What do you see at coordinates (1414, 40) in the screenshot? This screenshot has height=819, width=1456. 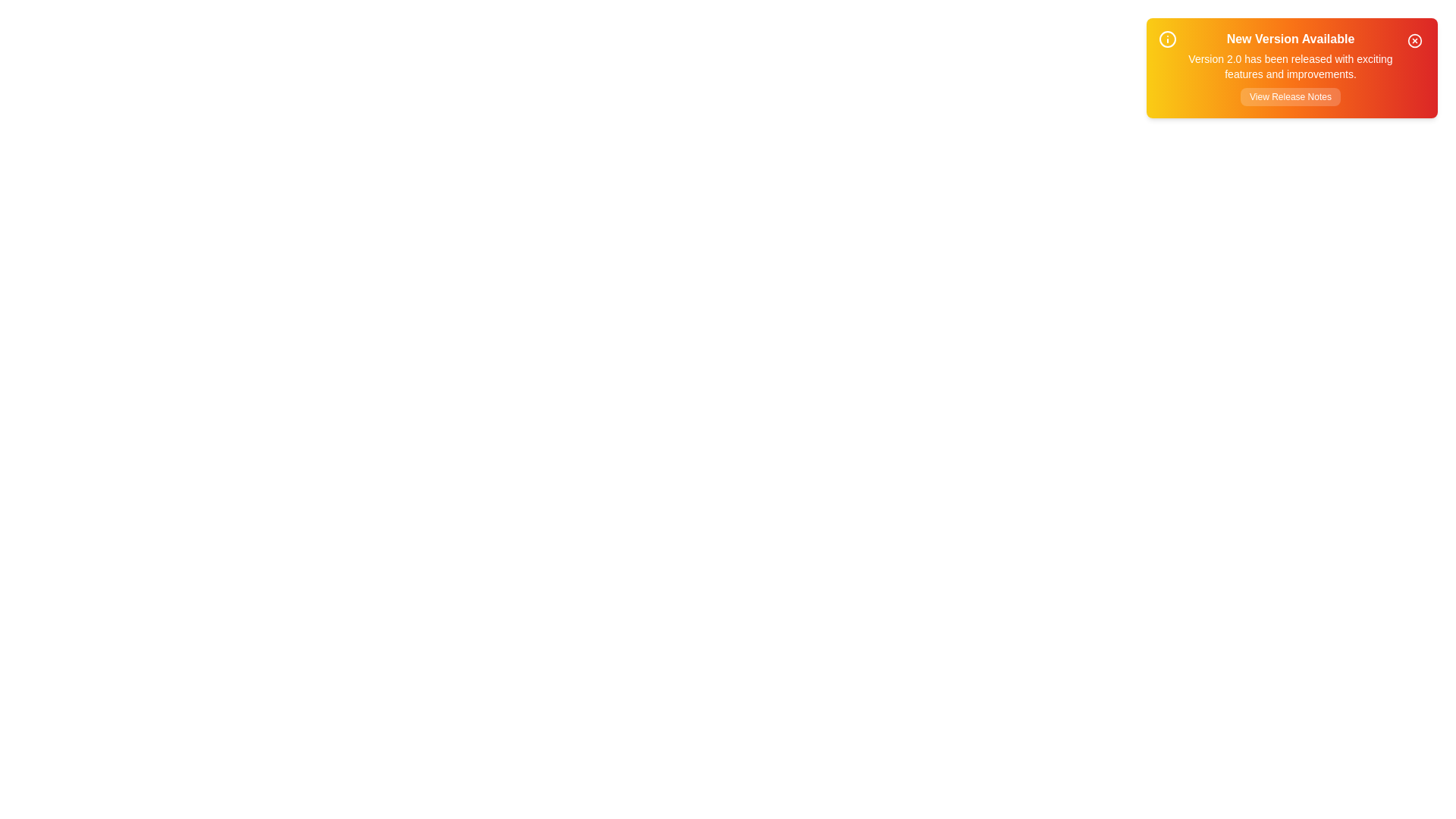 I see `close button to dismiss the snackbar` at bounding box center [1414, 40].